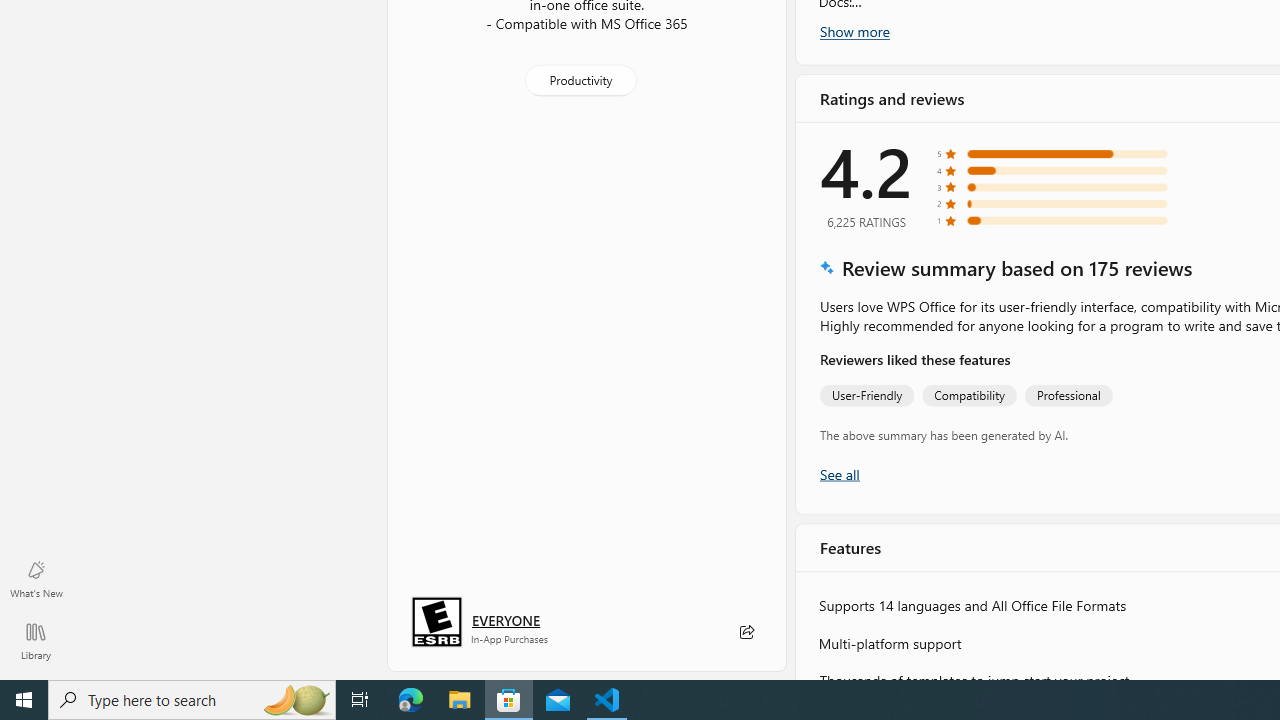 This screenshot has height=720, width=1280. I want to click on 'Show all ratings and reviews', so click(839, 473).